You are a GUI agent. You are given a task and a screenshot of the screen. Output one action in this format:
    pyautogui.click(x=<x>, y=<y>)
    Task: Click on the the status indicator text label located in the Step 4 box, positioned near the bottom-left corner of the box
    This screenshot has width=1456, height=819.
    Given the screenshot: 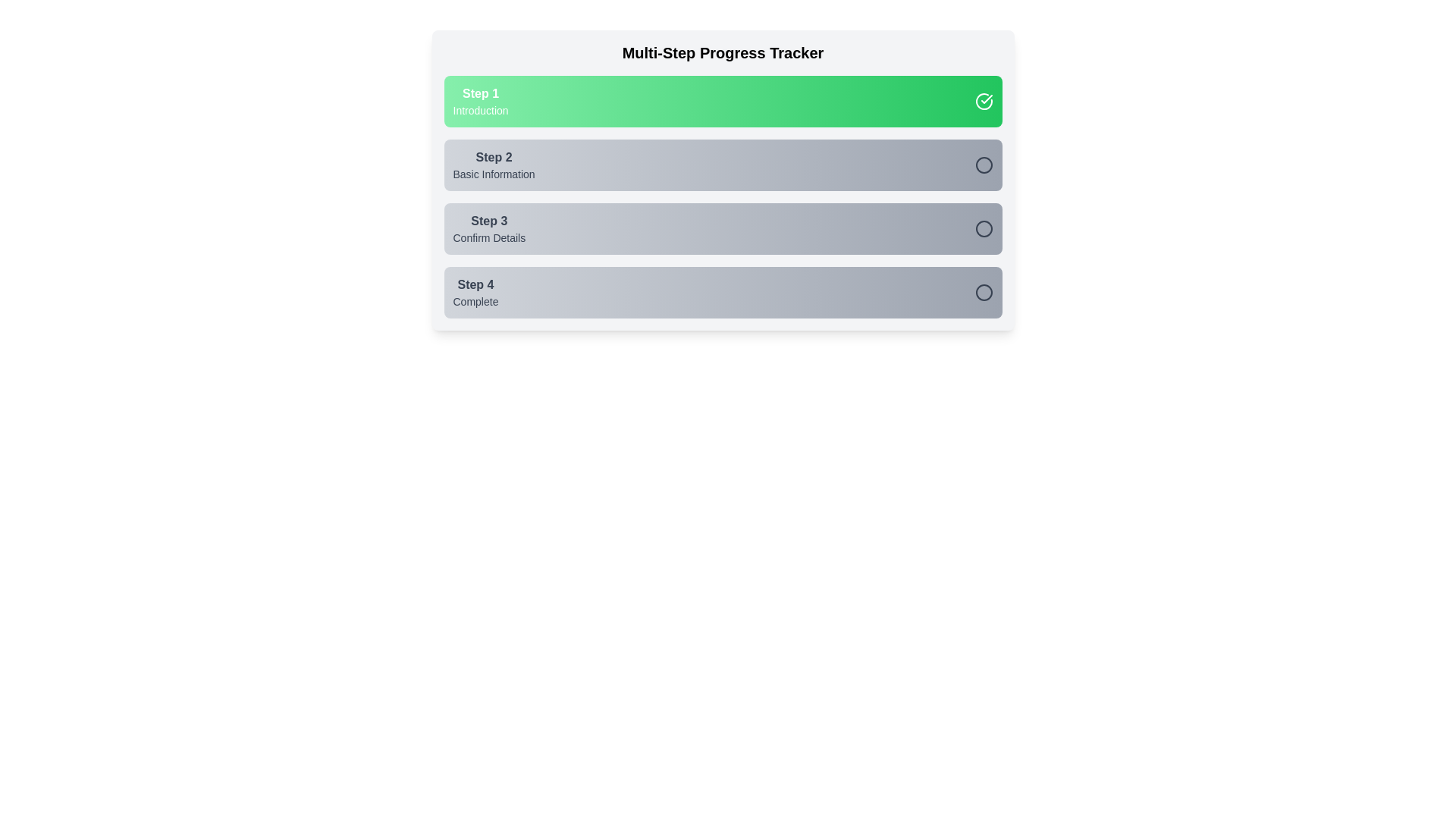 What is the action you would take?
    pyautogui.click(x=475, y=301)
    